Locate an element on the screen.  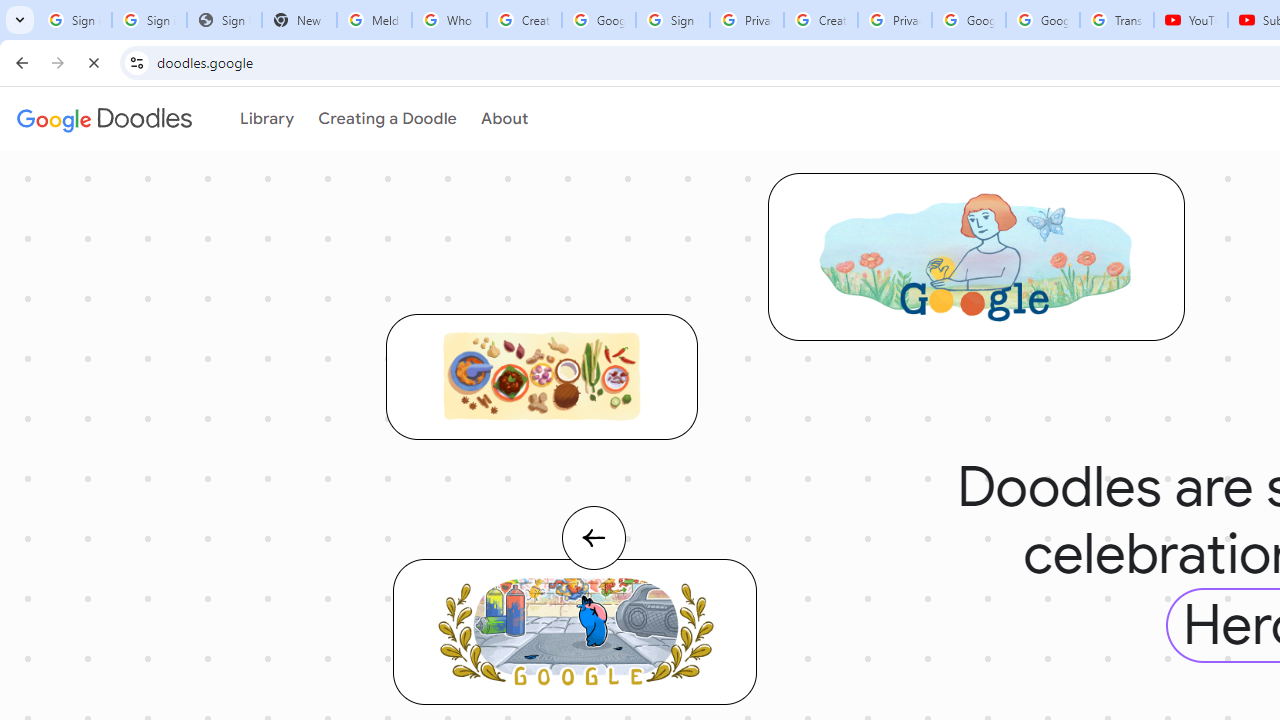
'Previous slide' is located at coordinates (592, 558).